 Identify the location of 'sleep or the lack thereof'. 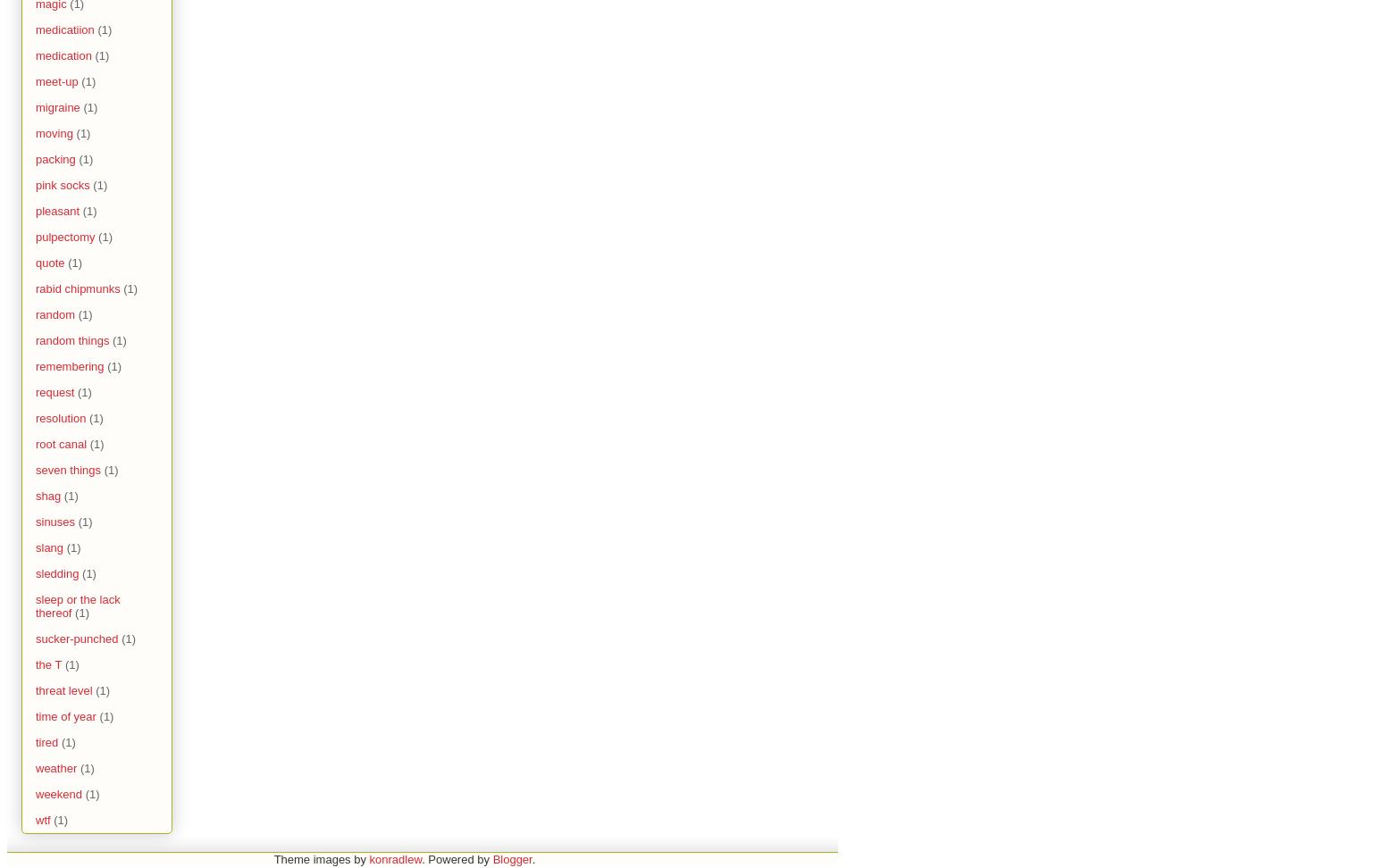
(76, 605).